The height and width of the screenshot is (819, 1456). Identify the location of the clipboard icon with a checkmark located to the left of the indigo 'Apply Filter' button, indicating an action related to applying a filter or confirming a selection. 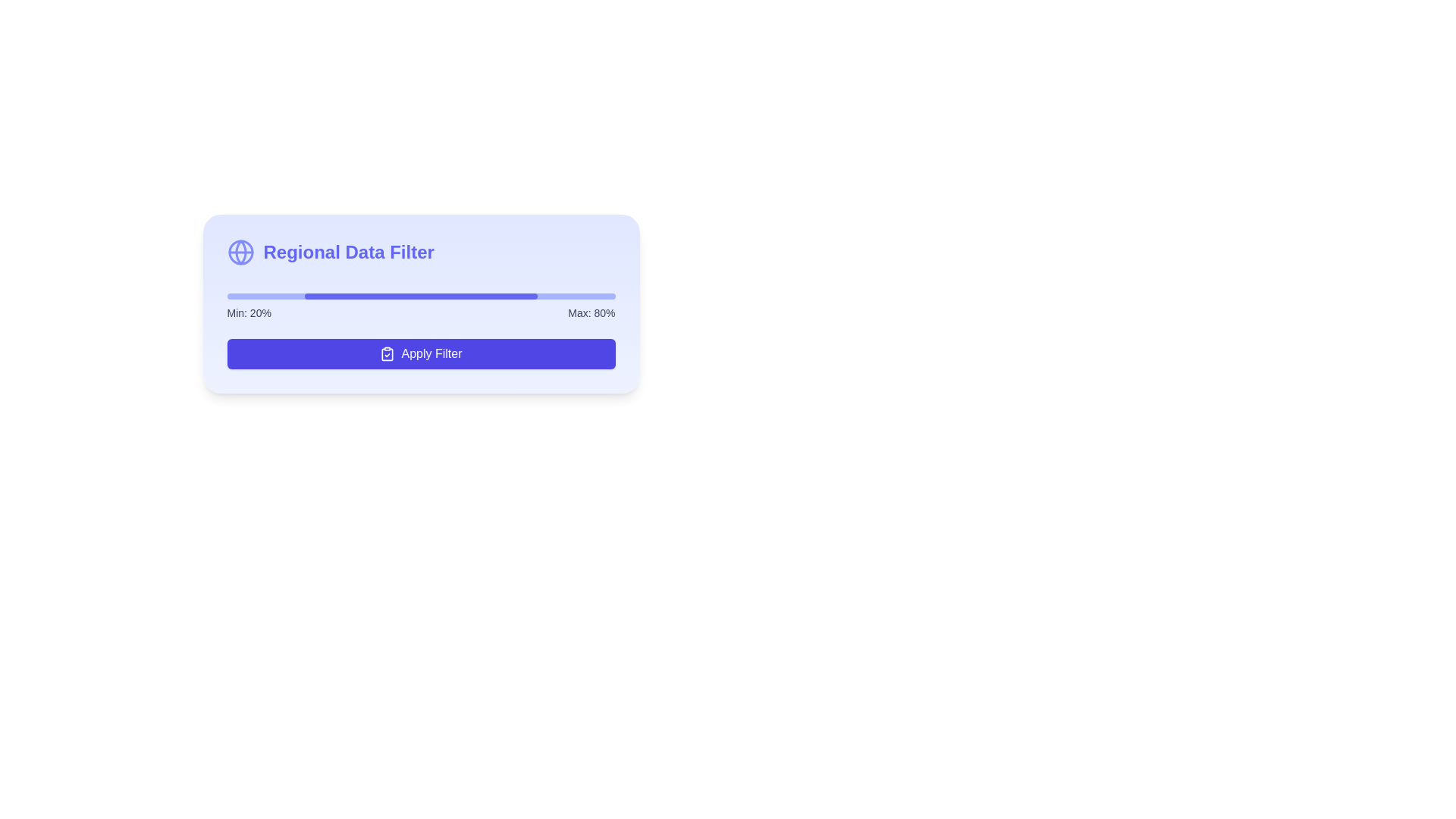
(388, 353).